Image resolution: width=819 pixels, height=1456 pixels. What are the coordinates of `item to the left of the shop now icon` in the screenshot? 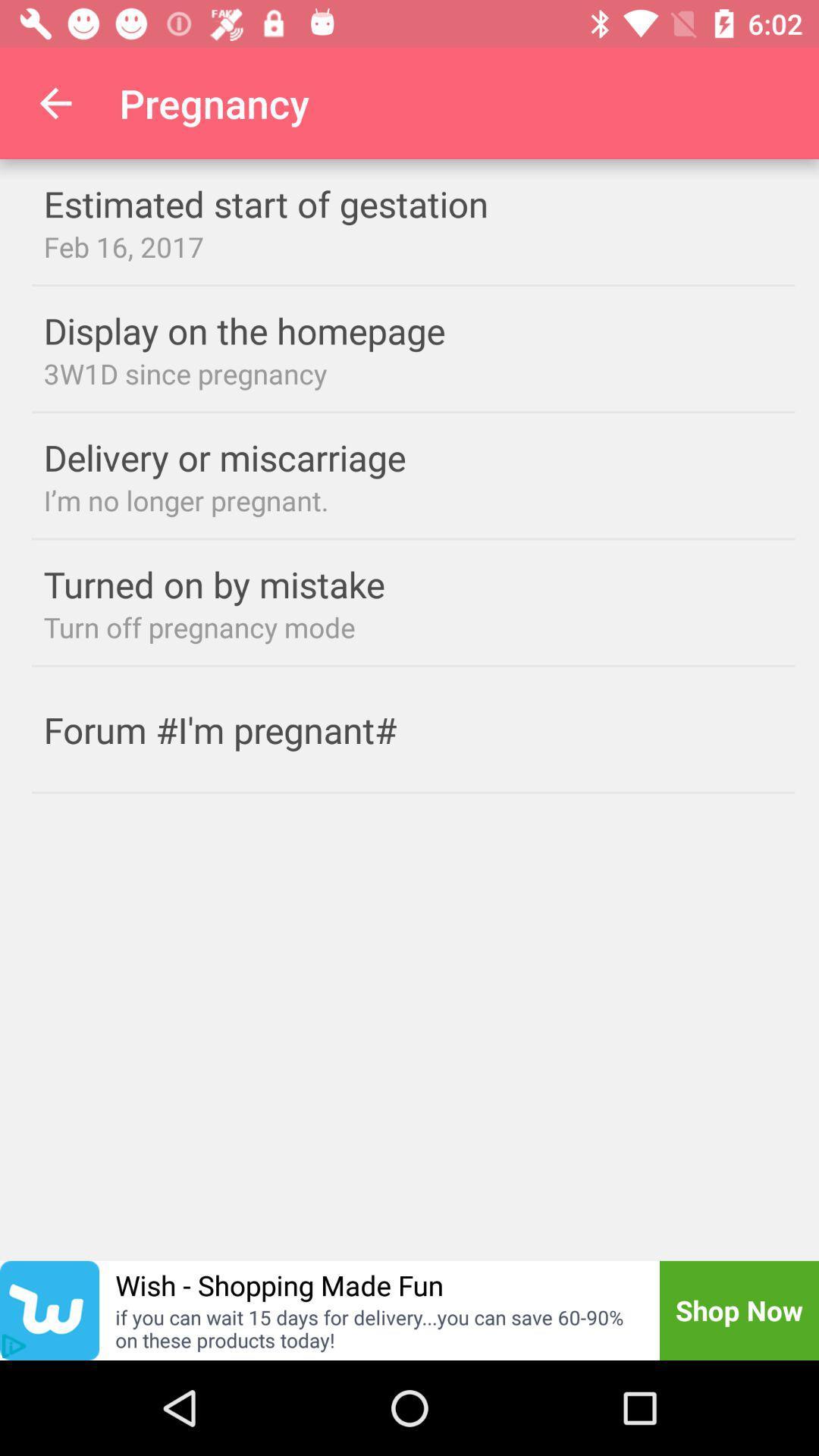 It's located at (376, 1328).